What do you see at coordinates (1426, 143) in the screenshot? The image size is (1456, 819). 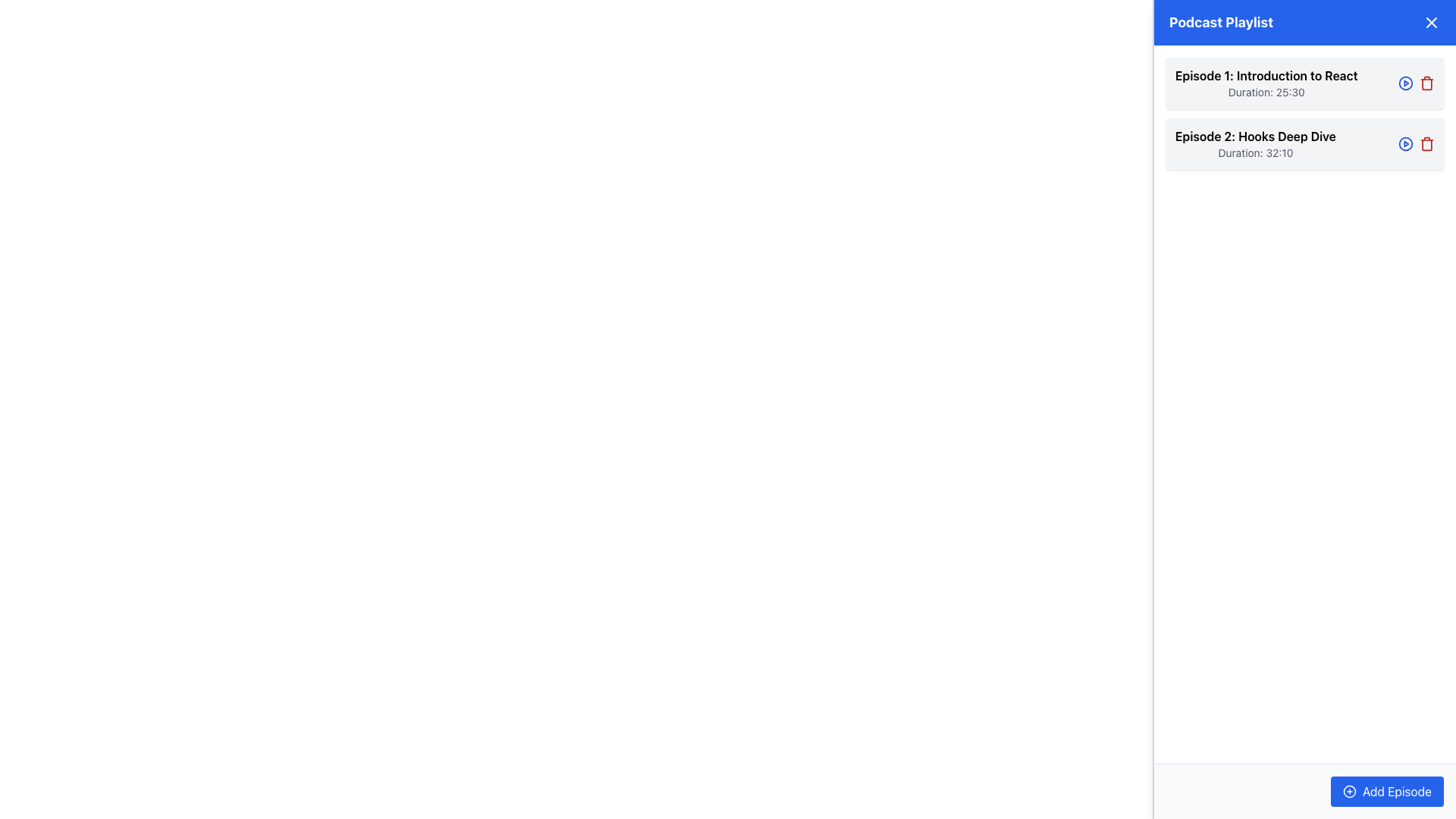 I see `the icon button located within the 'Podcast Playlist' panel, adjacent to 'Episode 2: Hooks Deep Dive'` at bounding box center [1426, 143].